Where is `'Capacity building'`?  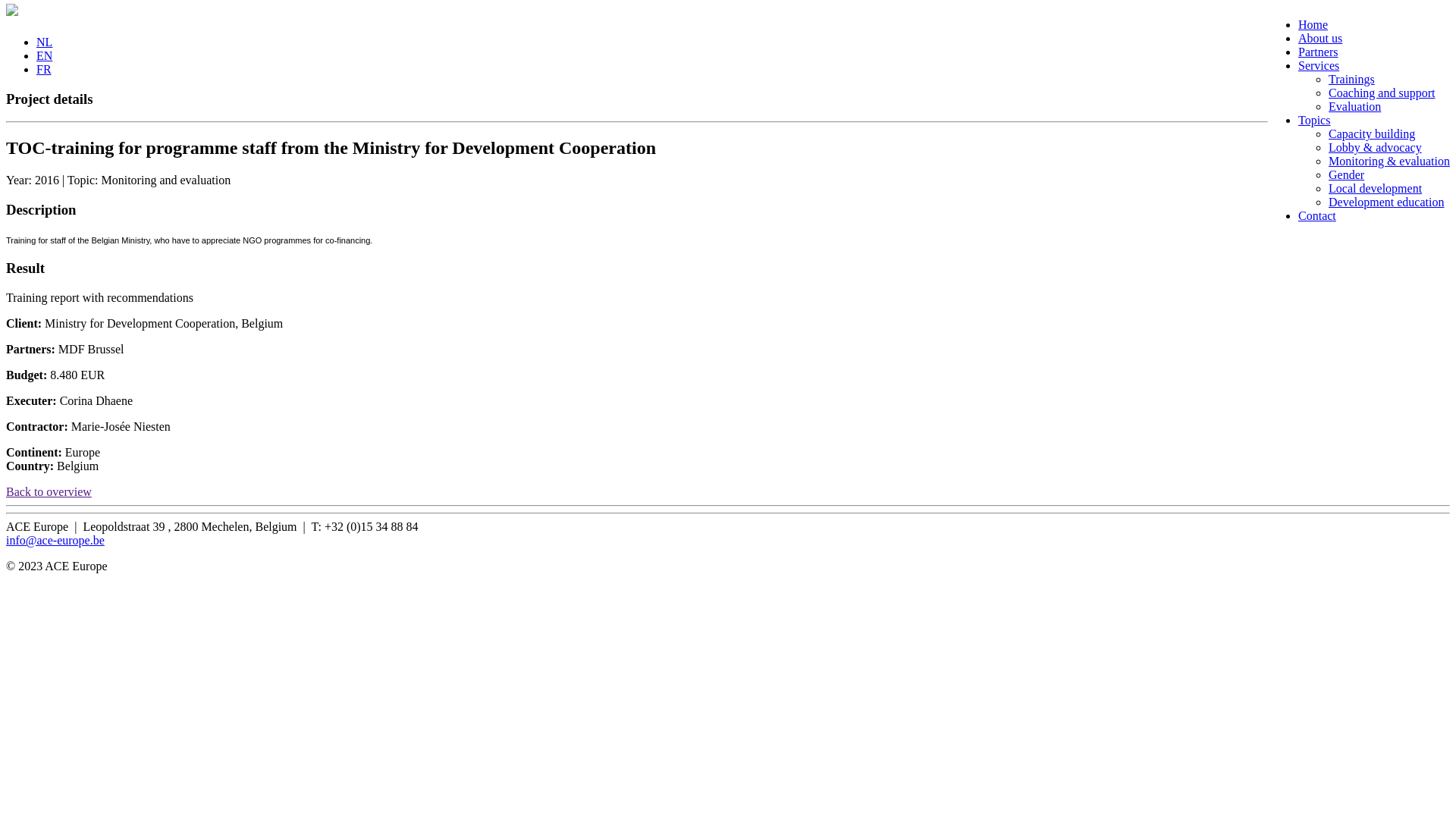
'Capacity building' is located at coordinates (1372, 133).